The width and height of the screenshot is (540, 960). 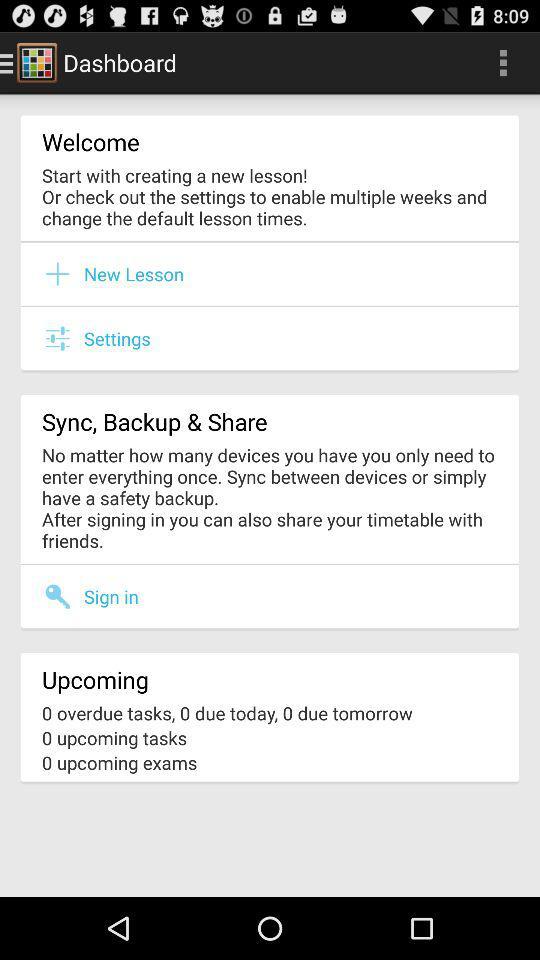 What do you see at coordinates (63, 596) in the screenshot?
I see `the item to the left of sign in icon` at bounding box center [63, 596].